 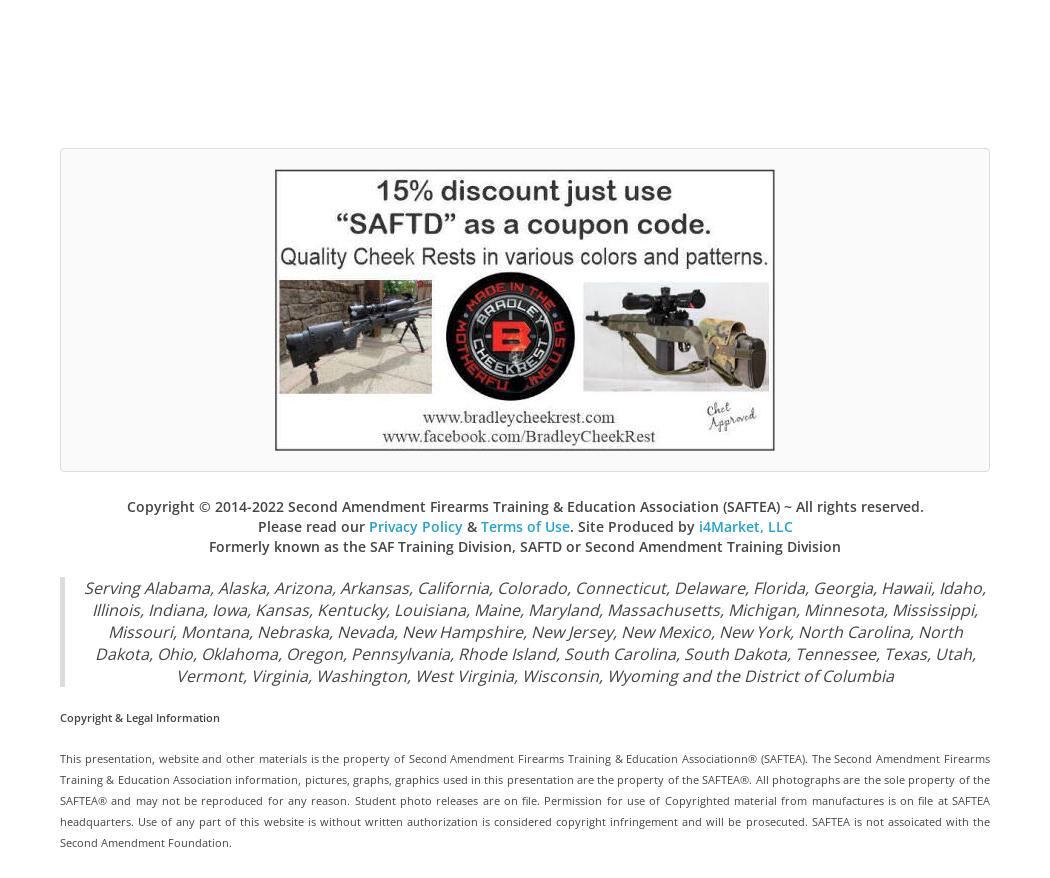 I want to click on 'Copyright & Legal Information', so click(x=138, y=715).